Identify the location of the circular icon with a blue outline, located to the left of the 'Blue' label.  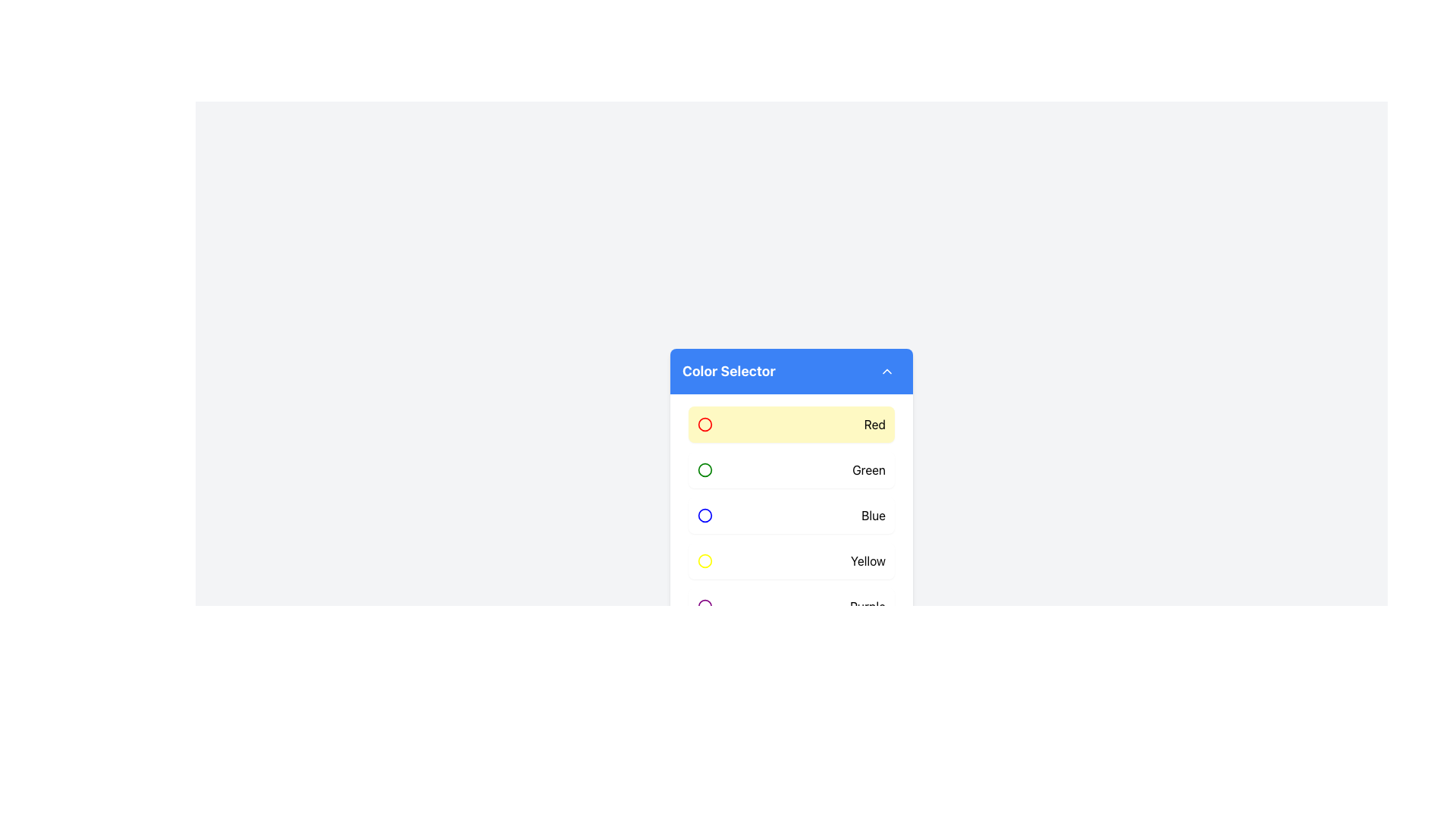
(704, 514).